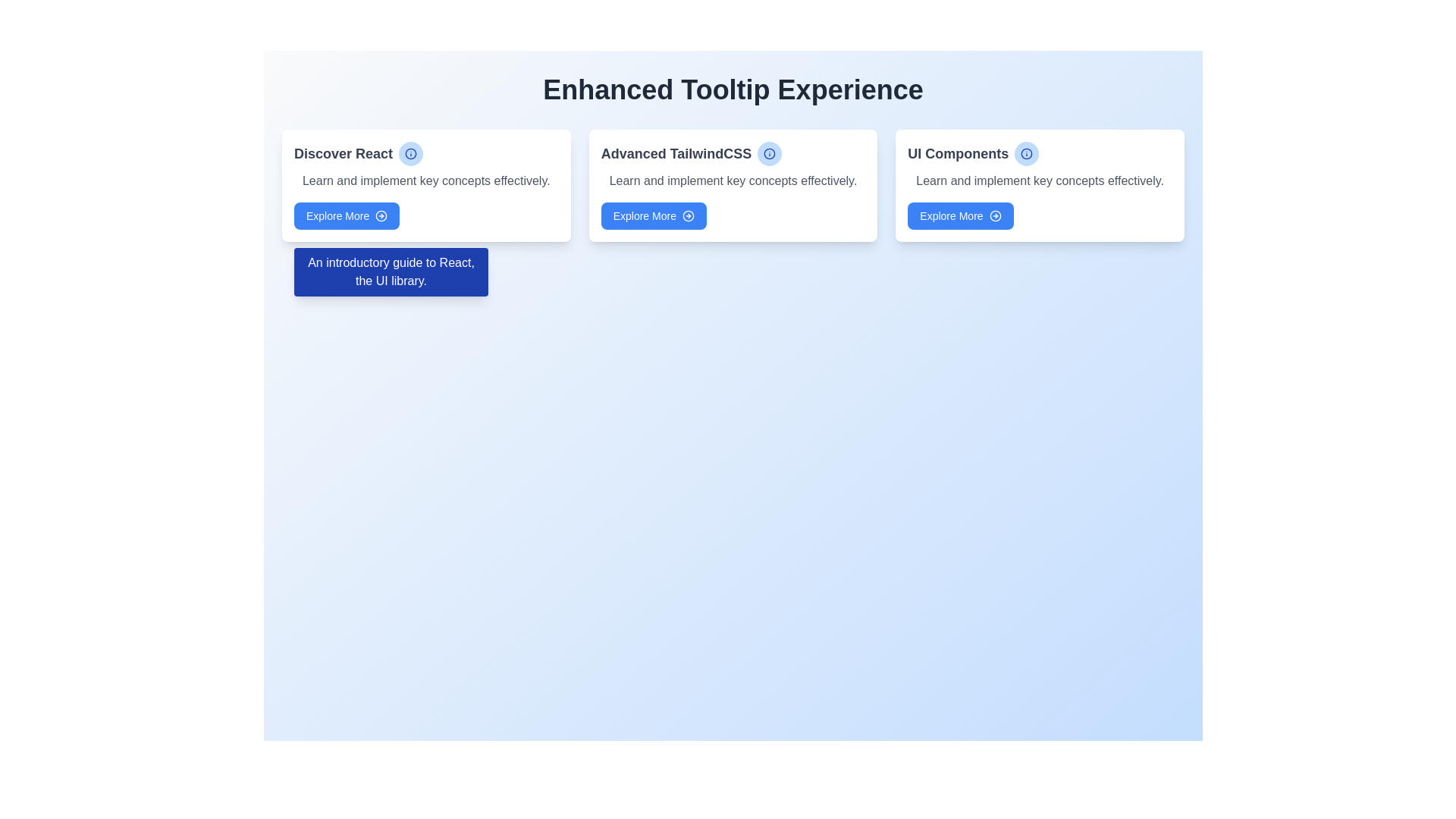 This screenshot has width=1456, height=819. Describe the element at coordinates (733, 154) in the screenshot. I see `the text label reading 'Advanced TailwindCSS' which is prominently displayed in bold, large dark gray font within its card layout` at that location.